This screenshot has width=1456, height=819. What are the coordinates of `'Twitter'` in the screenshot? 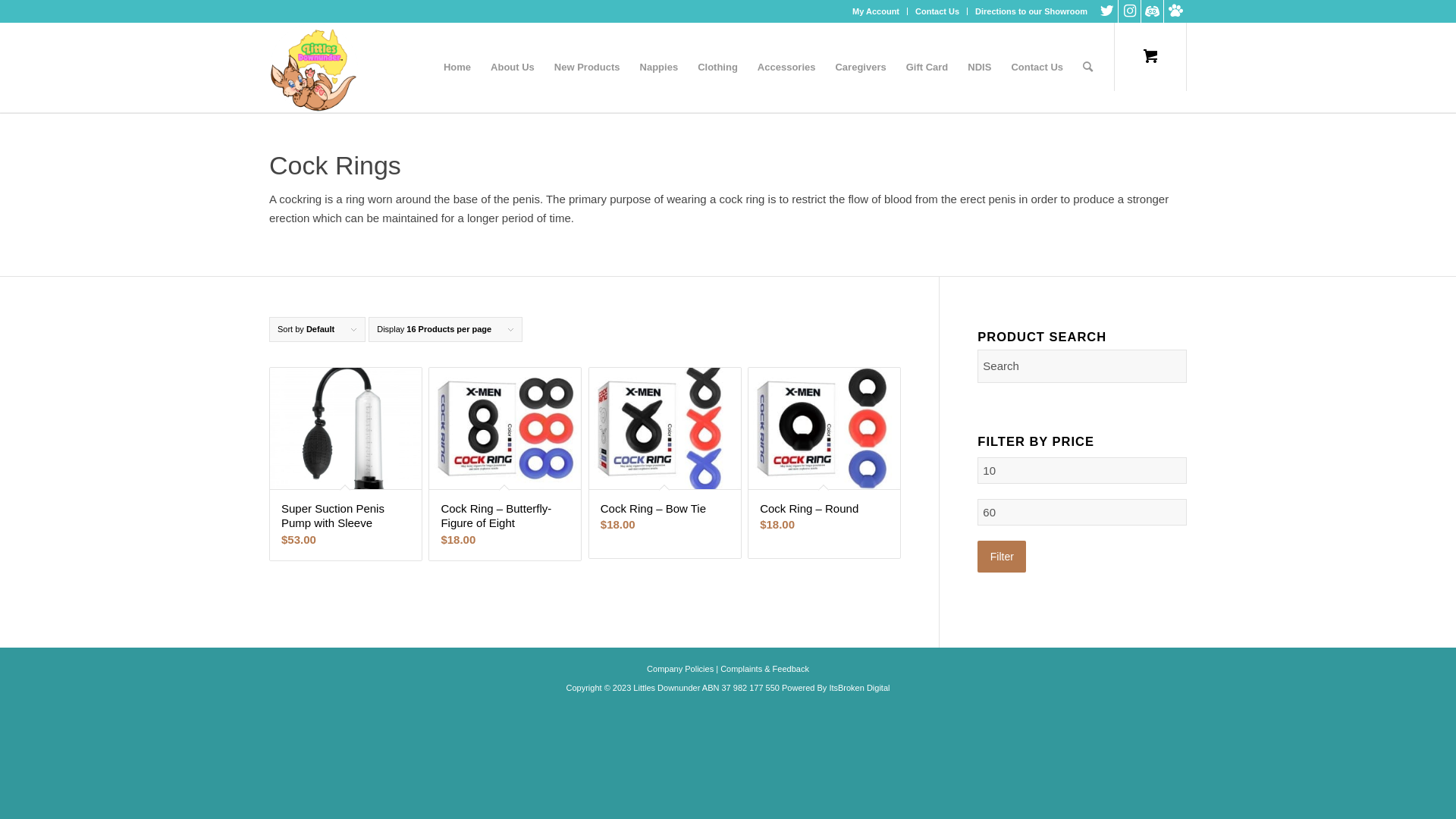 It's located at (1095, 11).